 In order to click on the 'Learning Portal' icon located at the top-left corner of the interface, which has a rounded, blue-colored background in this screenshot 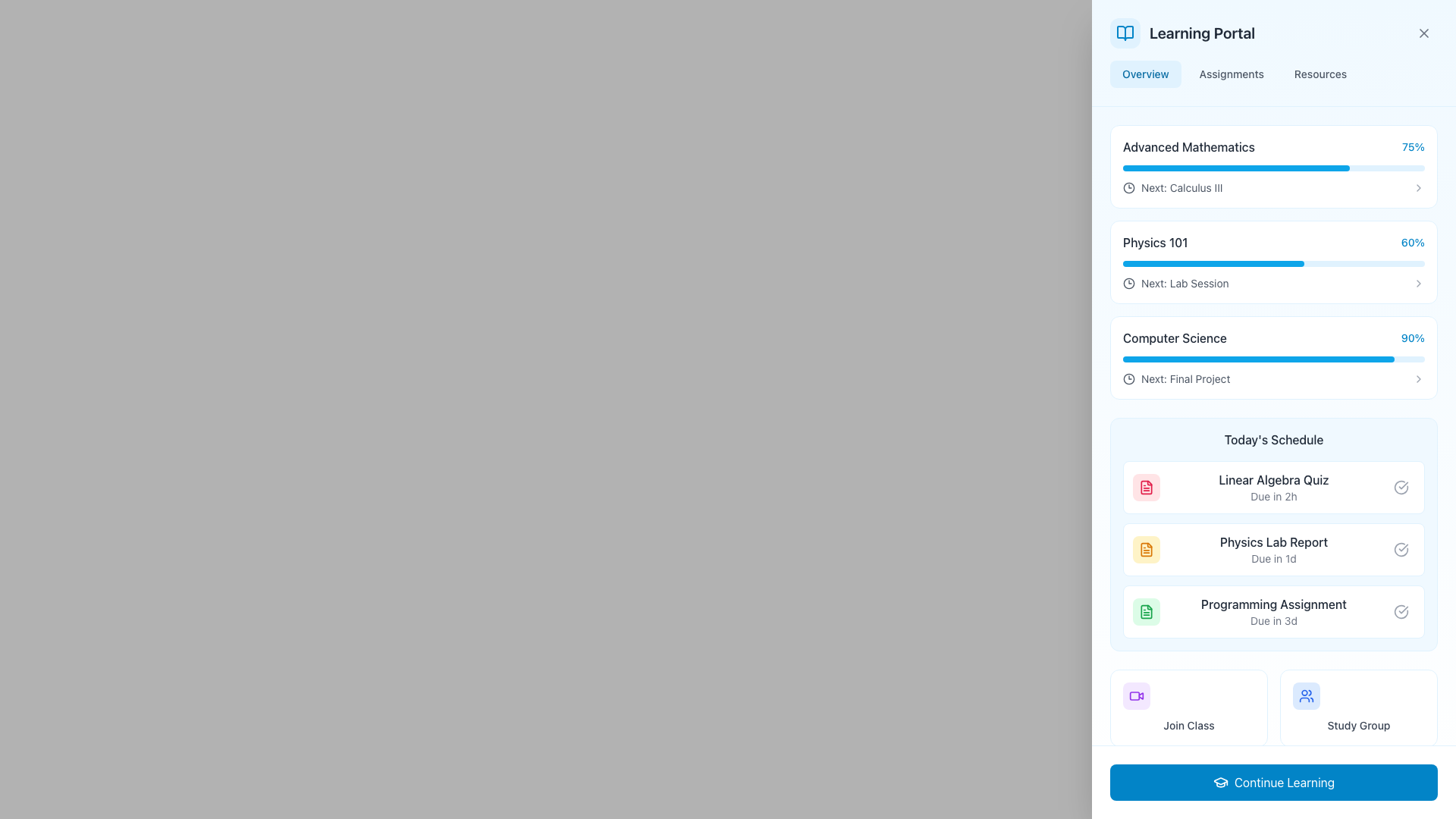, I will do `click(1125, 33)`.